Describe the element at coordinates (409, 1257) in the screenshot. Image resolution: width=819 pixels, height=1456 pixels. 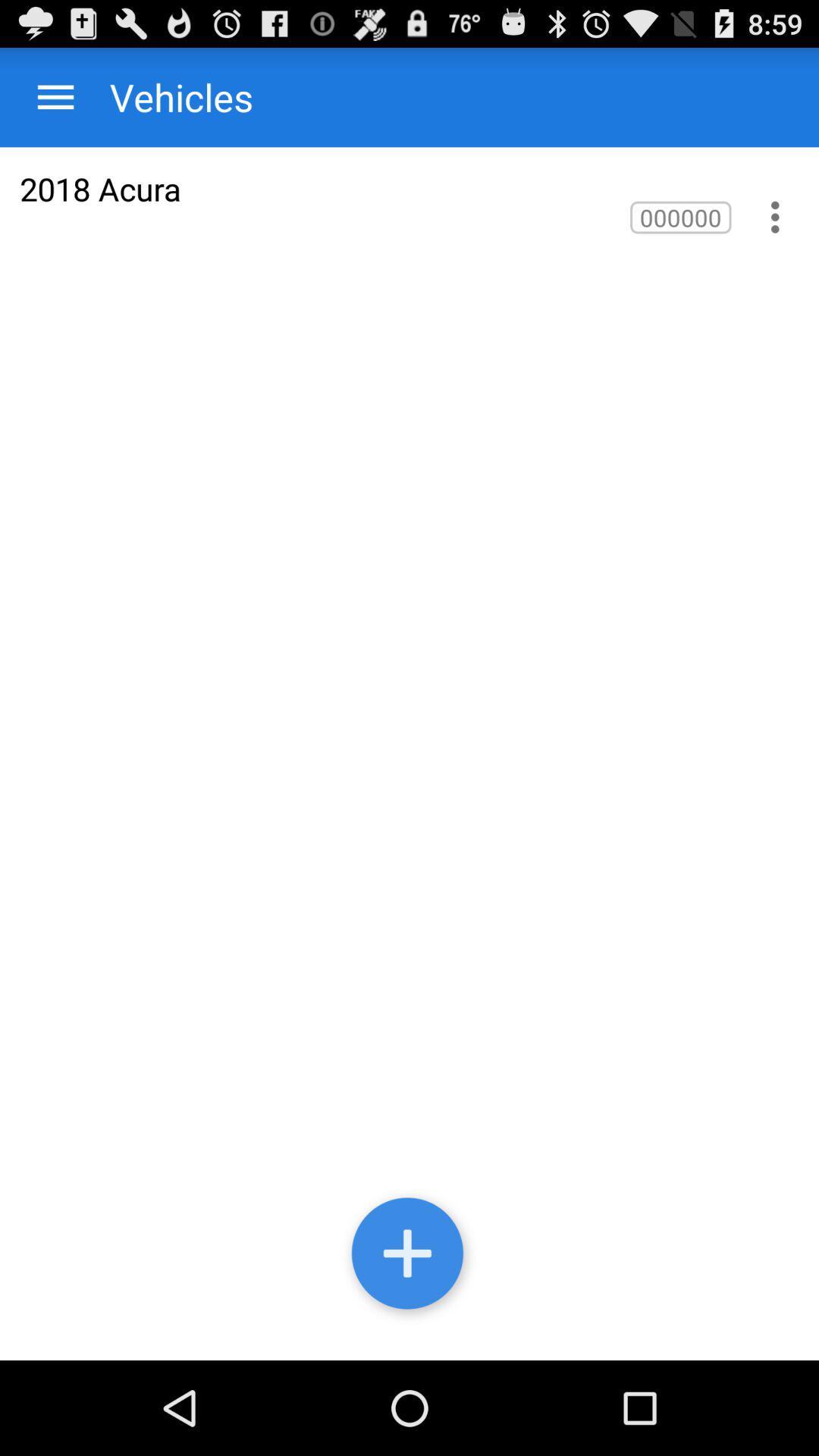
I see `record` at that location.